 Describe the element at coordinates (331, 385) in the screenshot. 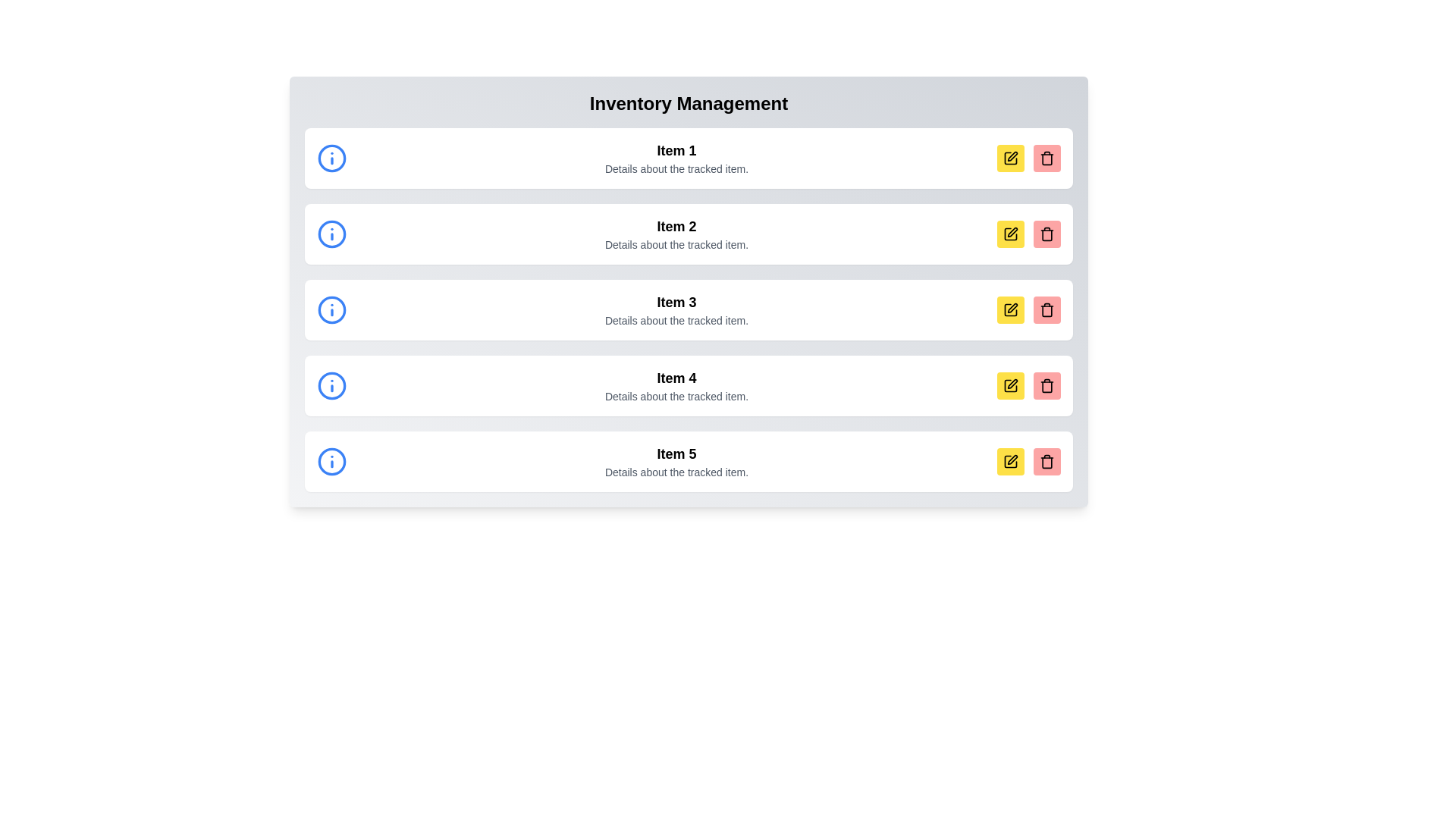

I see `the circular portion of the 'i' icon in the fourth row of the list, which serves as a decorative element indicating information` at that location.